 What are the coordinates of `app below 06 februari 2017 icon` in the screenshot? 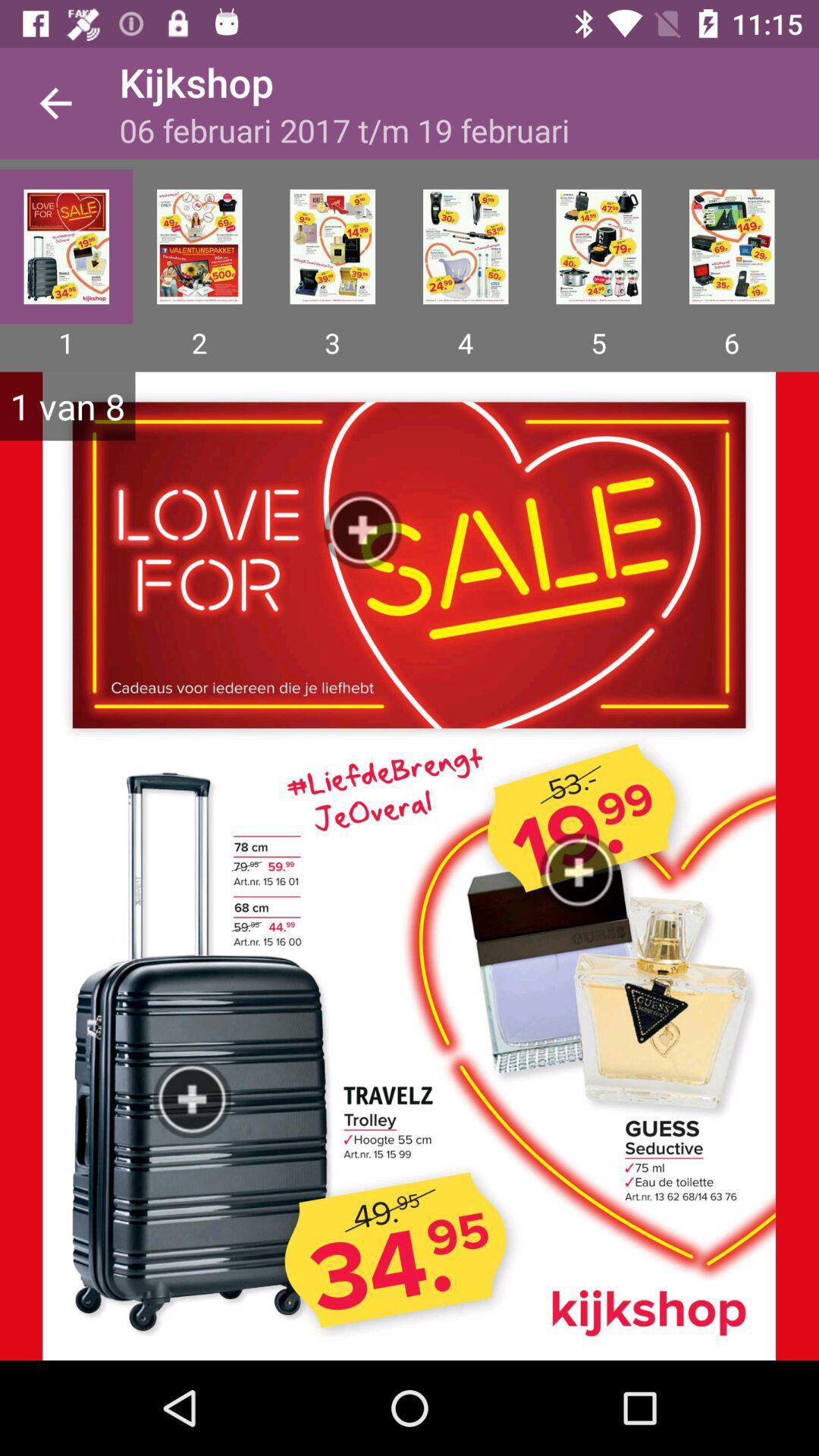 It's located at (598, 246).